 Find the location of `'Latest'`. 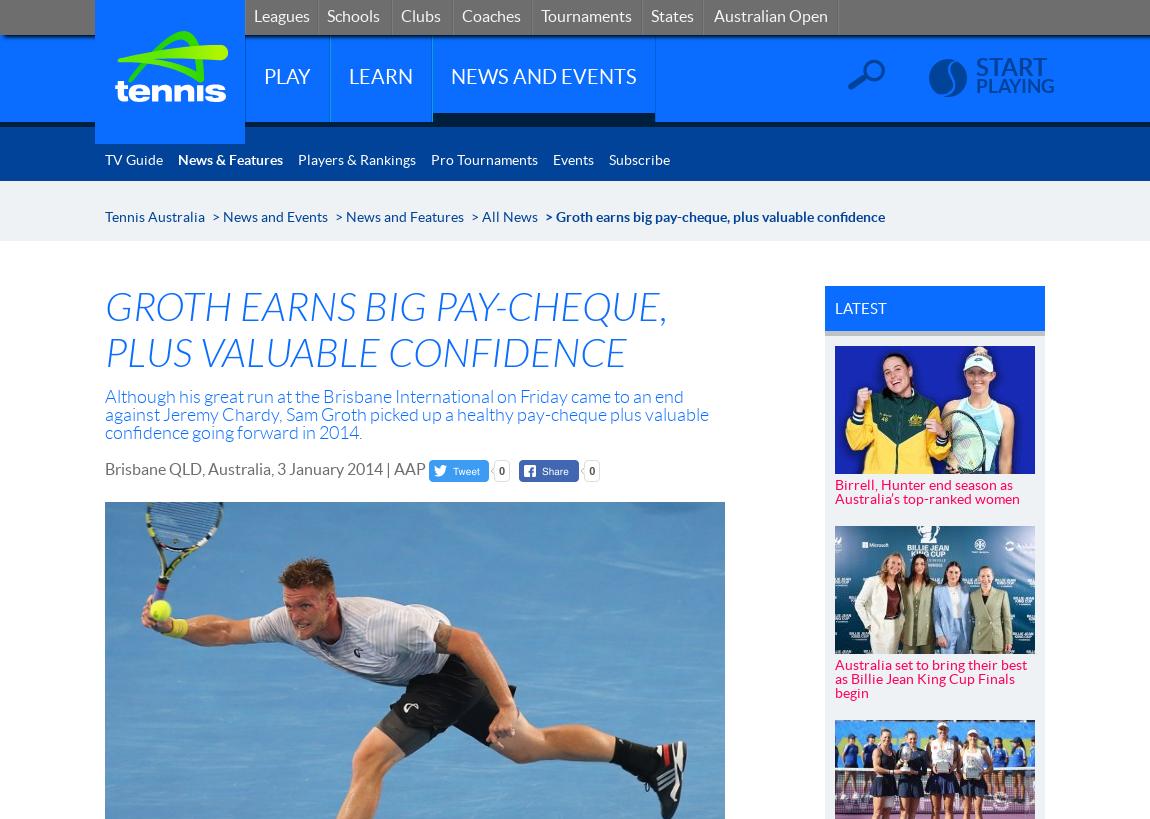

'Latest' is located at coordinates (858, 308).